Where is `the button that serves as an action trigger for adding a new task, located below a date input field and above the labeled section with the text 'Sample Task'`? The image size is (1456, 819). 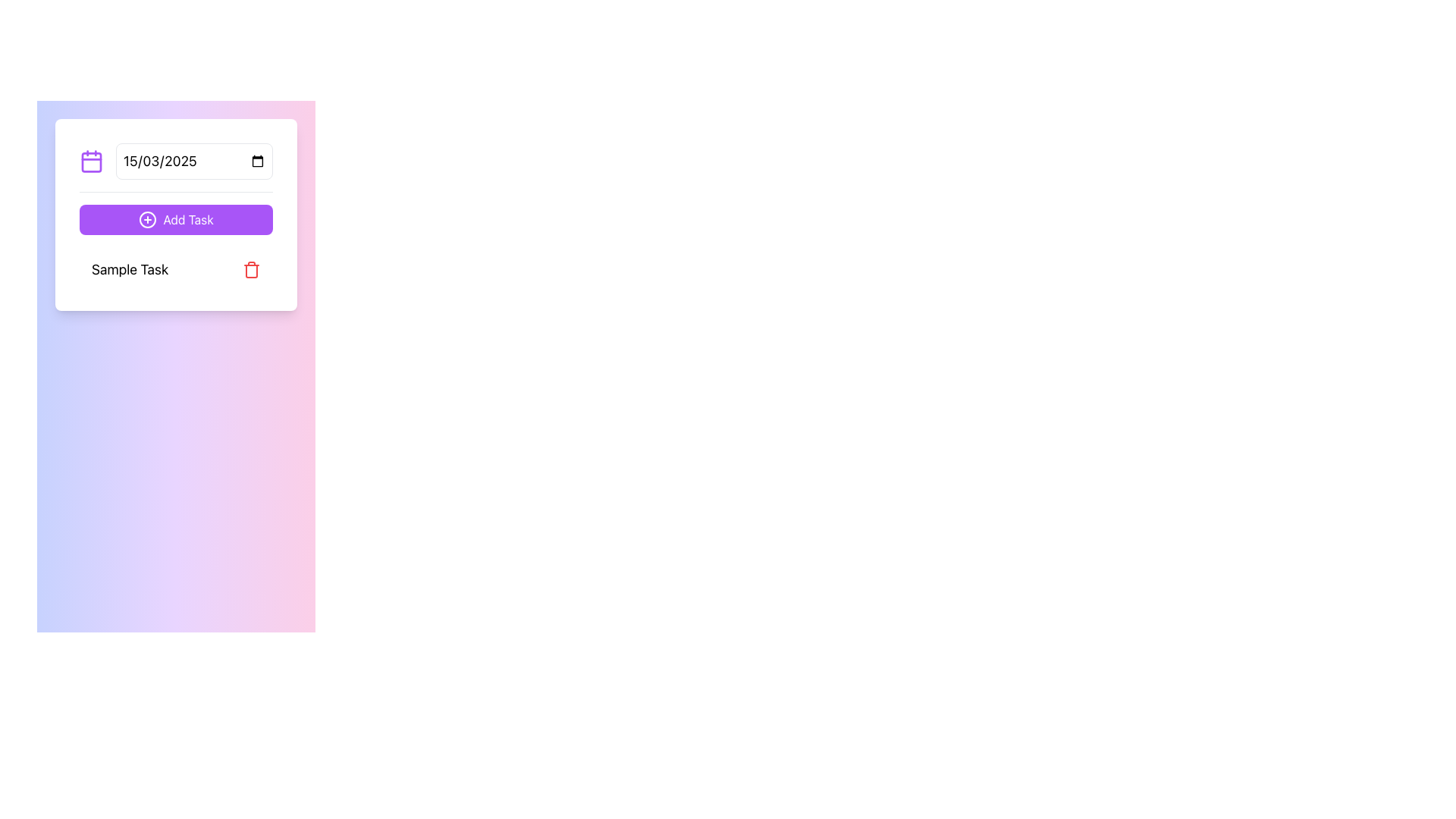 the button that serves as an action trigger for adding a new task, located below a date input field and above the labeled section with the text 'Sample Task' is located at coordinates (176, 219).